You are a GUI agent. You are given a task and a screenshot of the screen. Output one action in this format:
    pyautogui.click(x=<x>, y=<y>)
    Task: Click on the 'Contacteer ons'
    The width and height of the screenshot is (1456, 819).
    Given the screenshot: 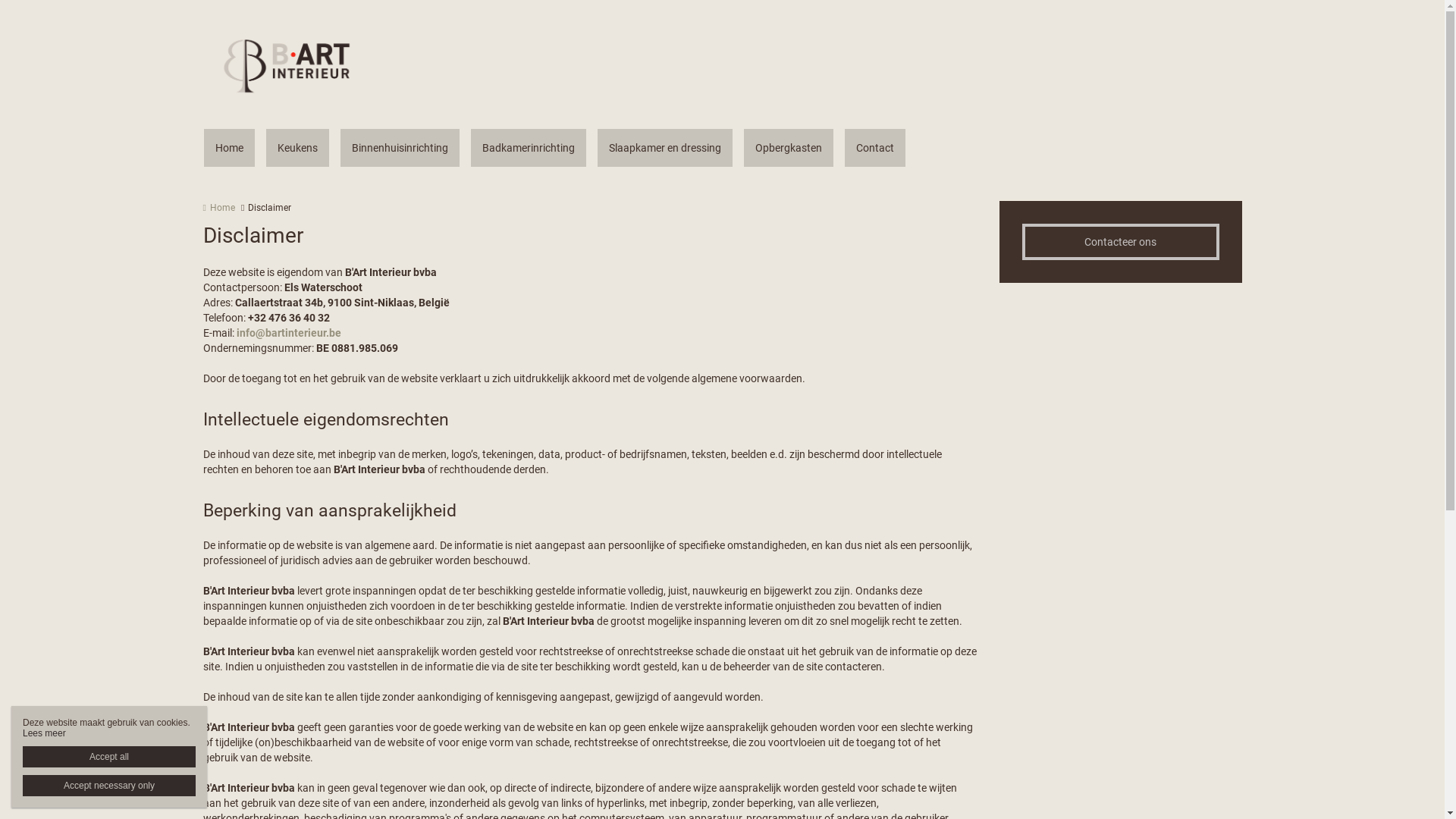 What is the action you would take?
    pyautogui.click(x=1121, y=241)
    